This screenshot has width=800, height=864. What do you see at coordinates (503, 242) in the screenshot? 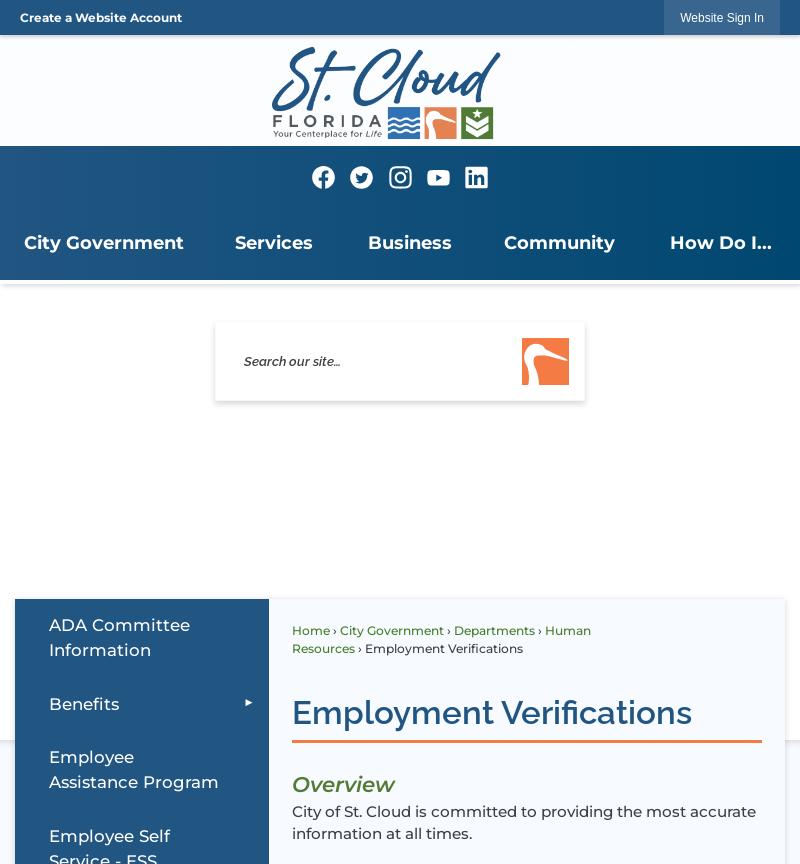
I see `'Community'` at bounding box center [503, 242].